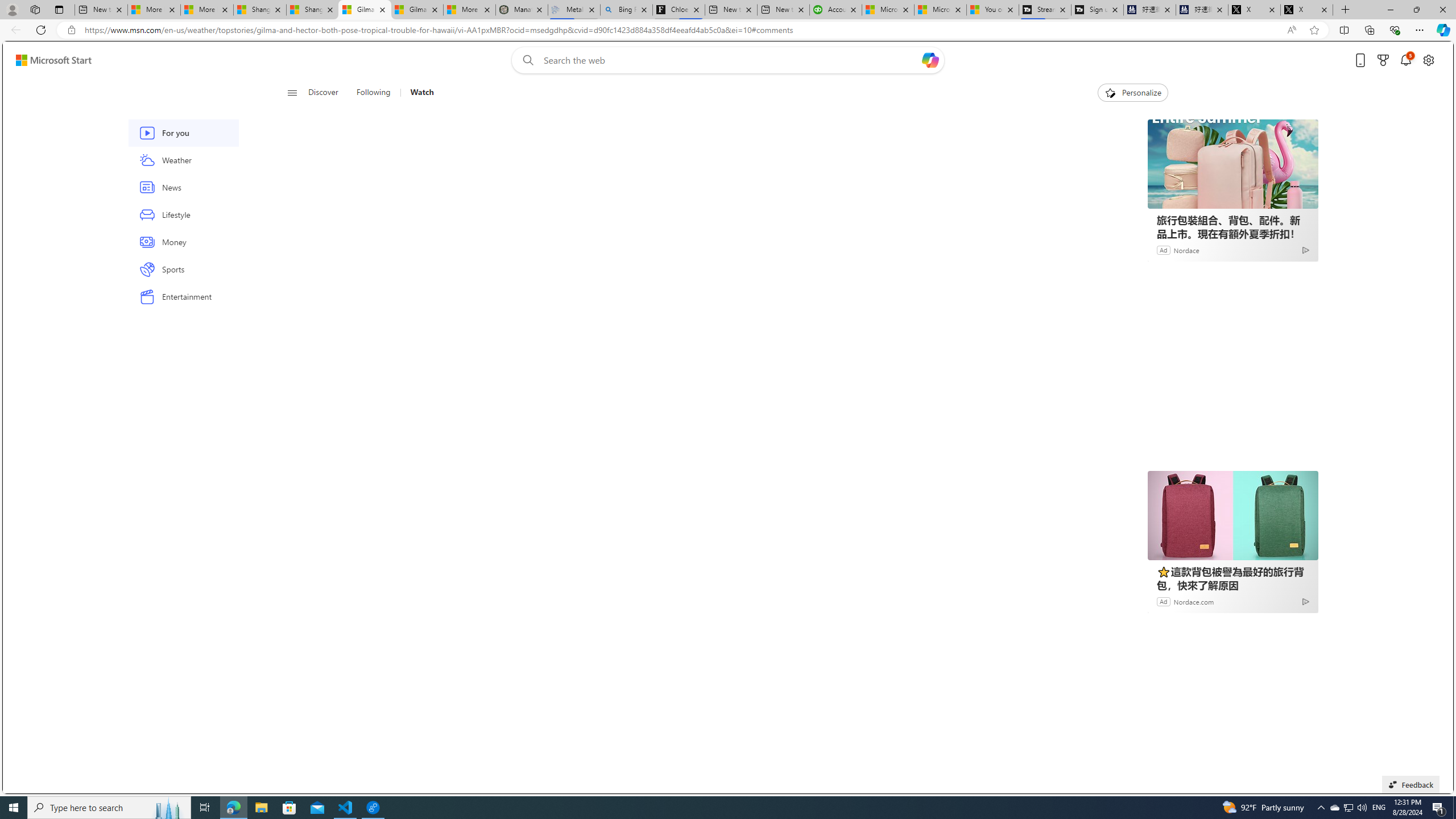 The height and width of the screenshot is (819, 1456). I want to click on 'Watch', so click(417, 92).